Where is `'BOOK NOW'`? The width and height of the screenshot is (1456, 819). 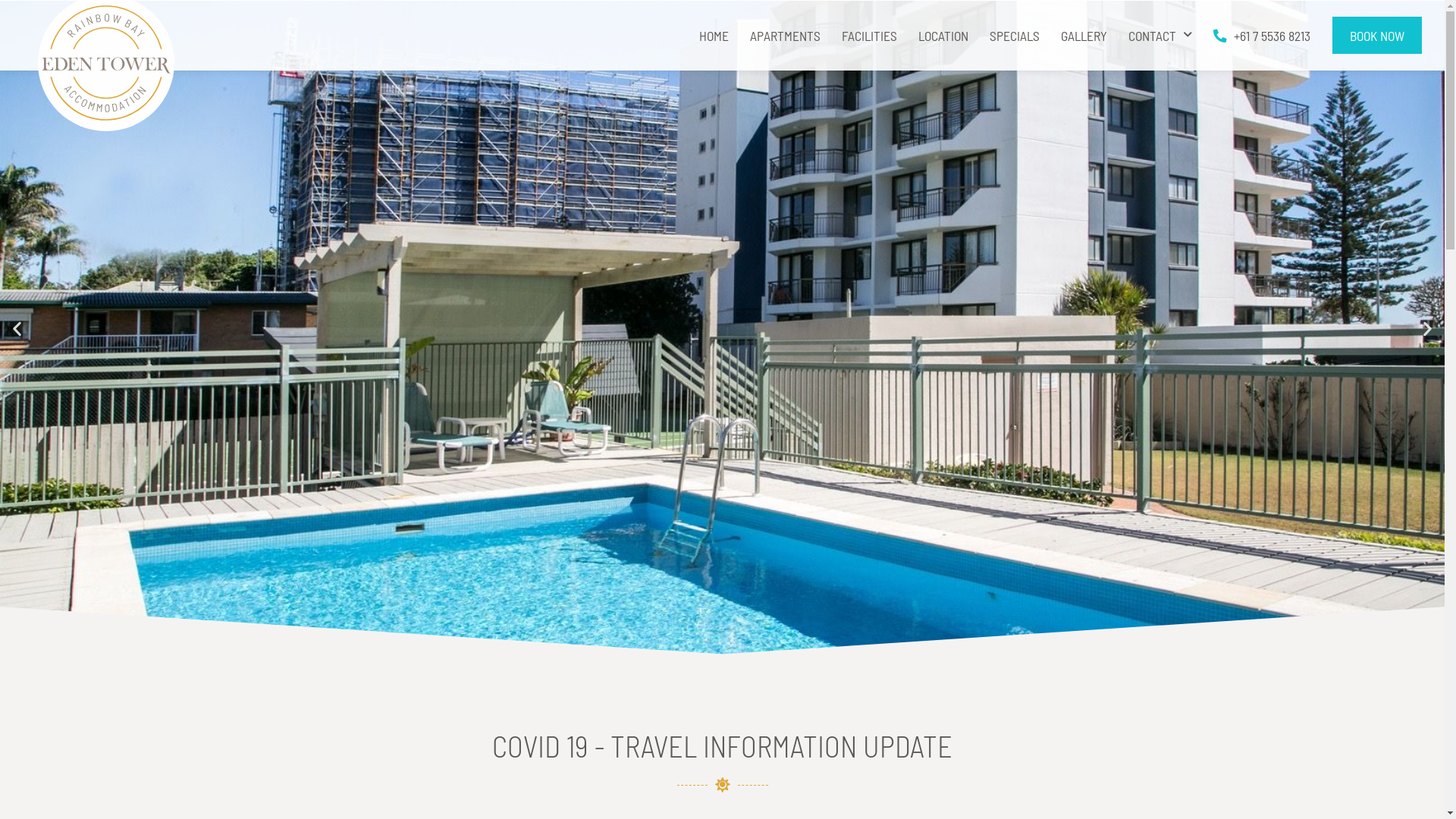
'BOOK NOW' is located at coordinates (1376, 34).